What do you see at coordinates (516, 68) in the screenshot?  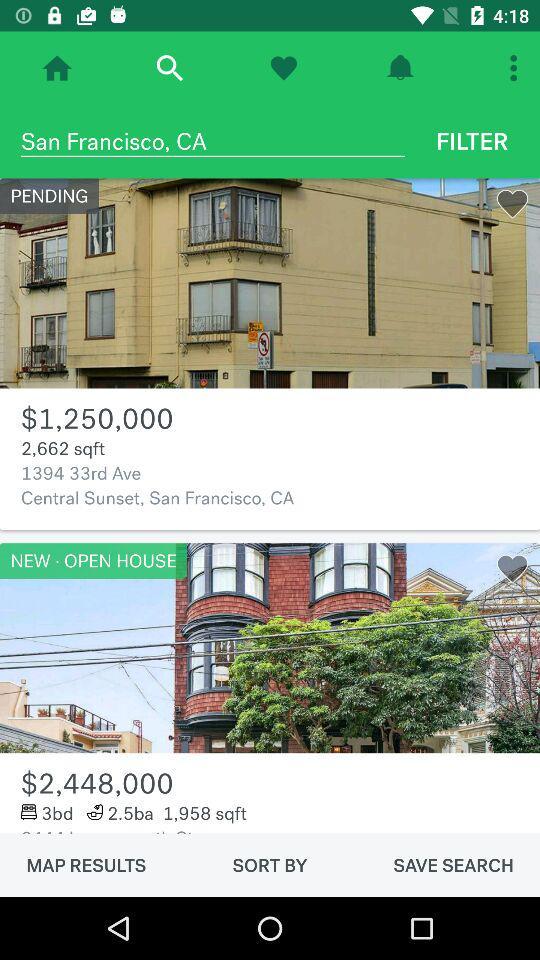 I see `the three dot button at the top right corner` at bounding box center [516, 68].